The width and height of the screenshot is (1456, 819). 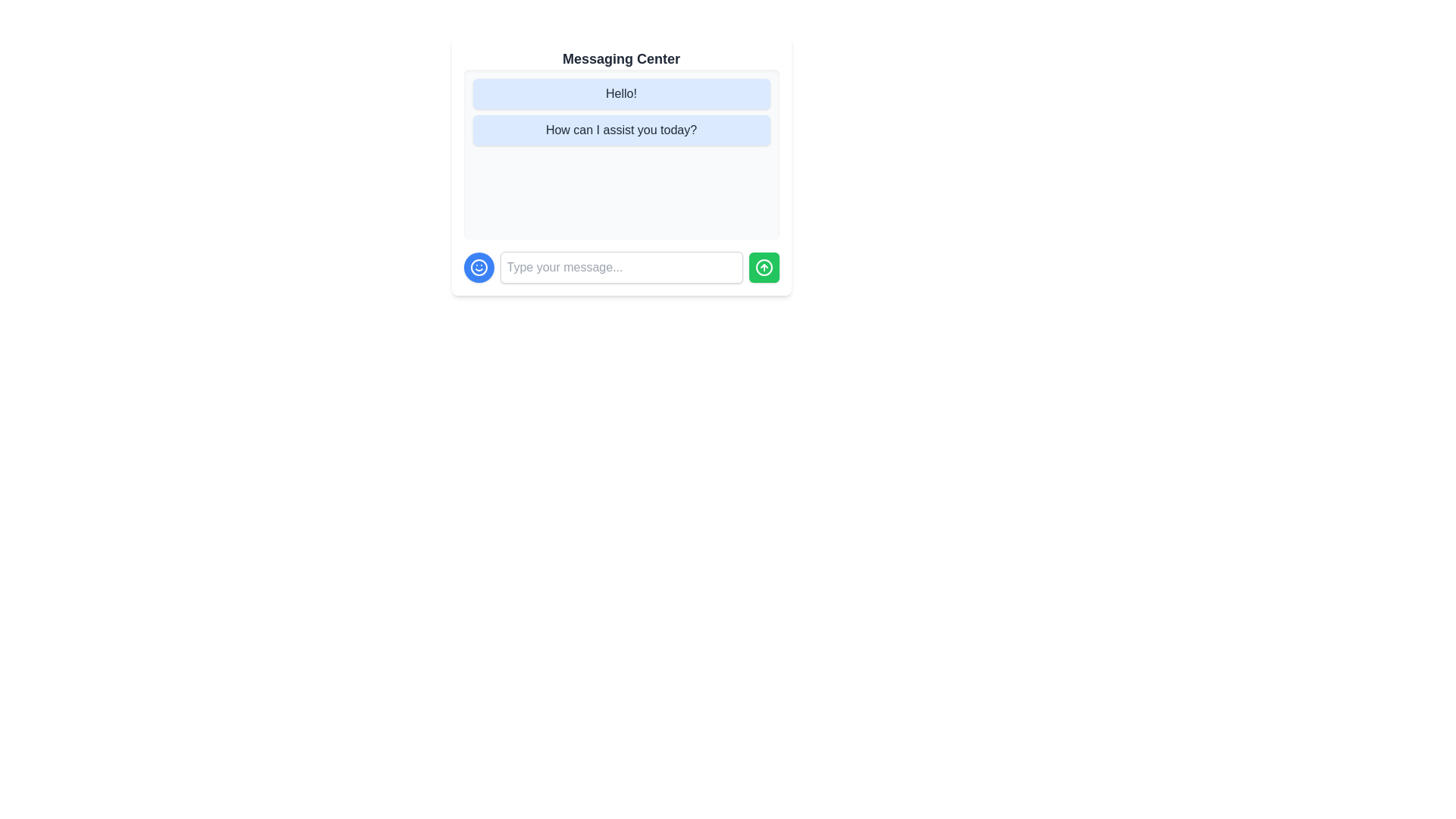 I want to click on the input box and type the text 'Hello, World!', so click(x=621, y=267).